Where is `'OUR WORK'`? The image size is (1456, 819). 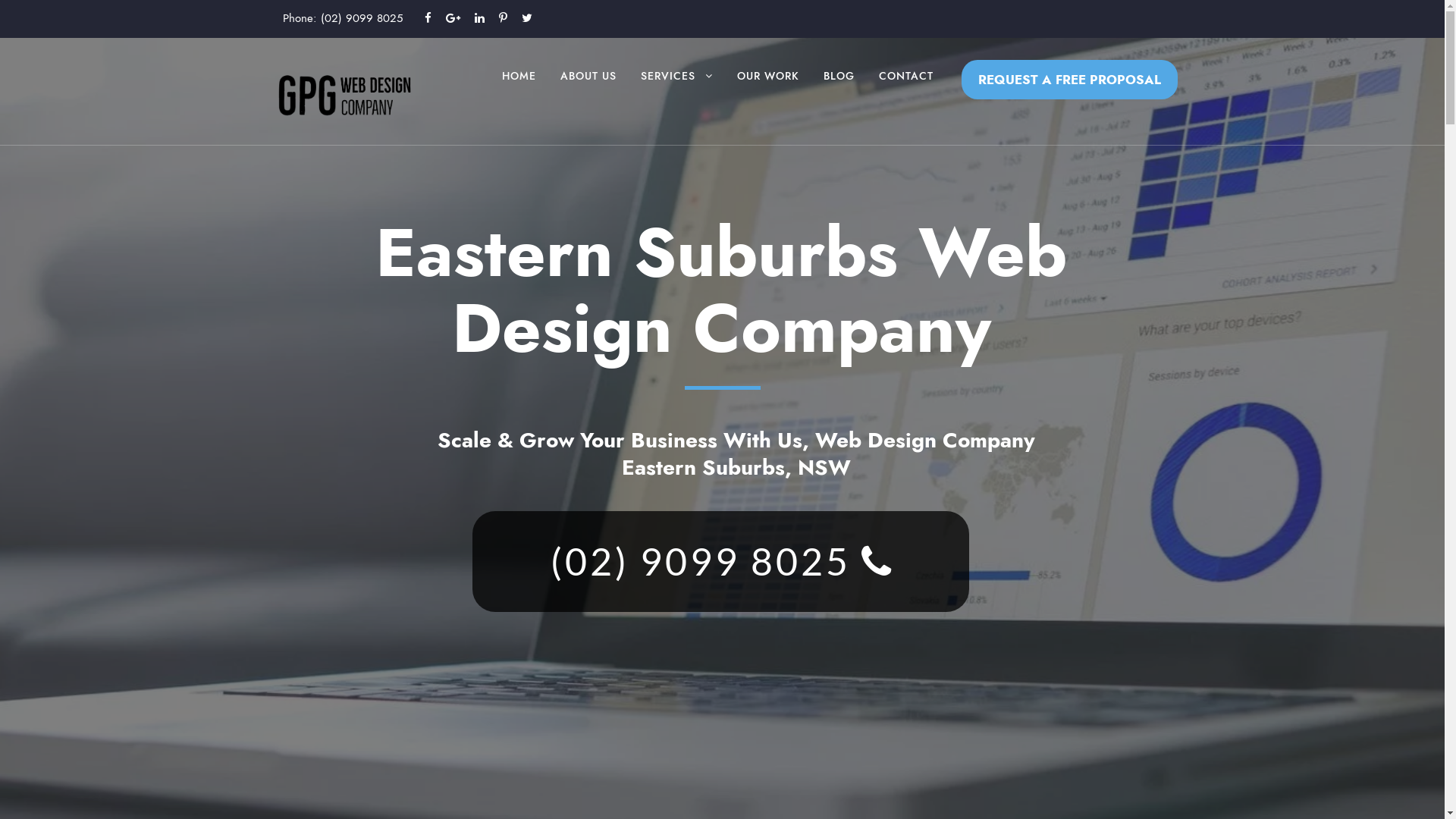
'OUR WORK' is located at coordinates (767, 90).